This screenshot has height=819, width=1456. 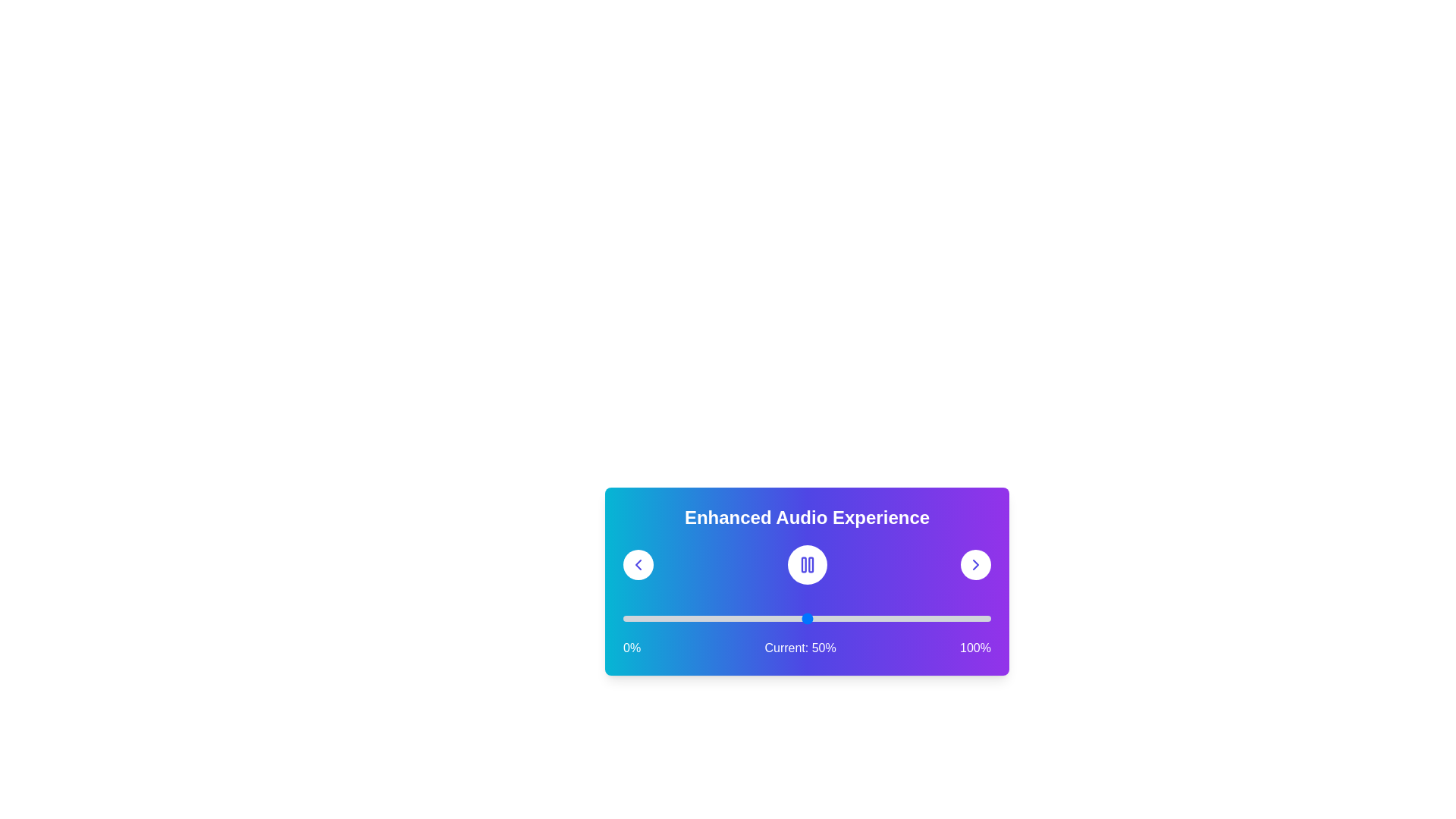 I want to click on the slider to set the audio position to 23%, so click(x=707, y=619).